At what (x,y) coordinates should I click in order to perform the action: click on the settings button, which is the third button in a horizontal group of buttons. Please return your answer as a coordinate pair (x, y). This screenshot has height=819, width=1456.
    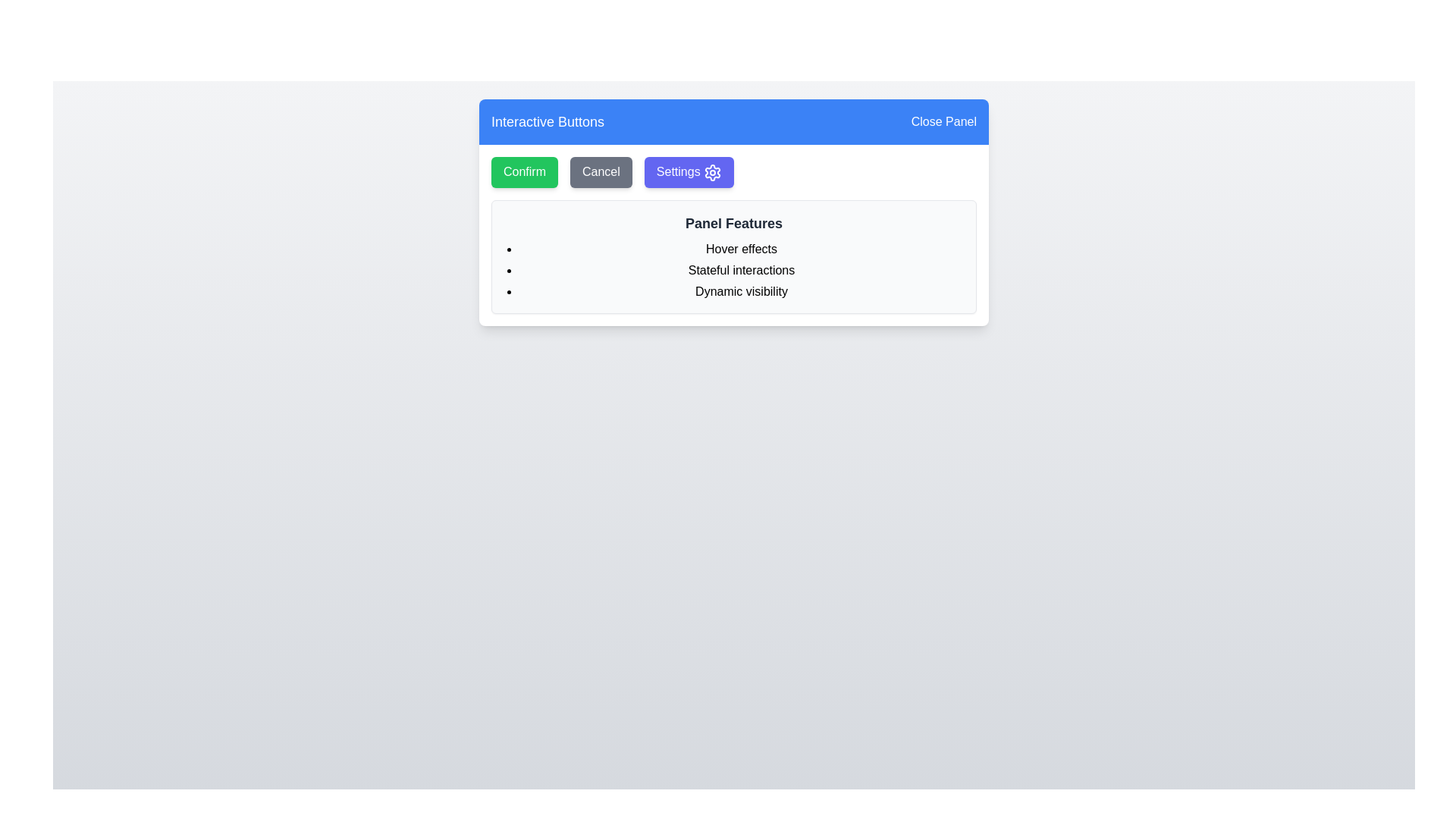
    Looking at the image, I should click on (688, 171).